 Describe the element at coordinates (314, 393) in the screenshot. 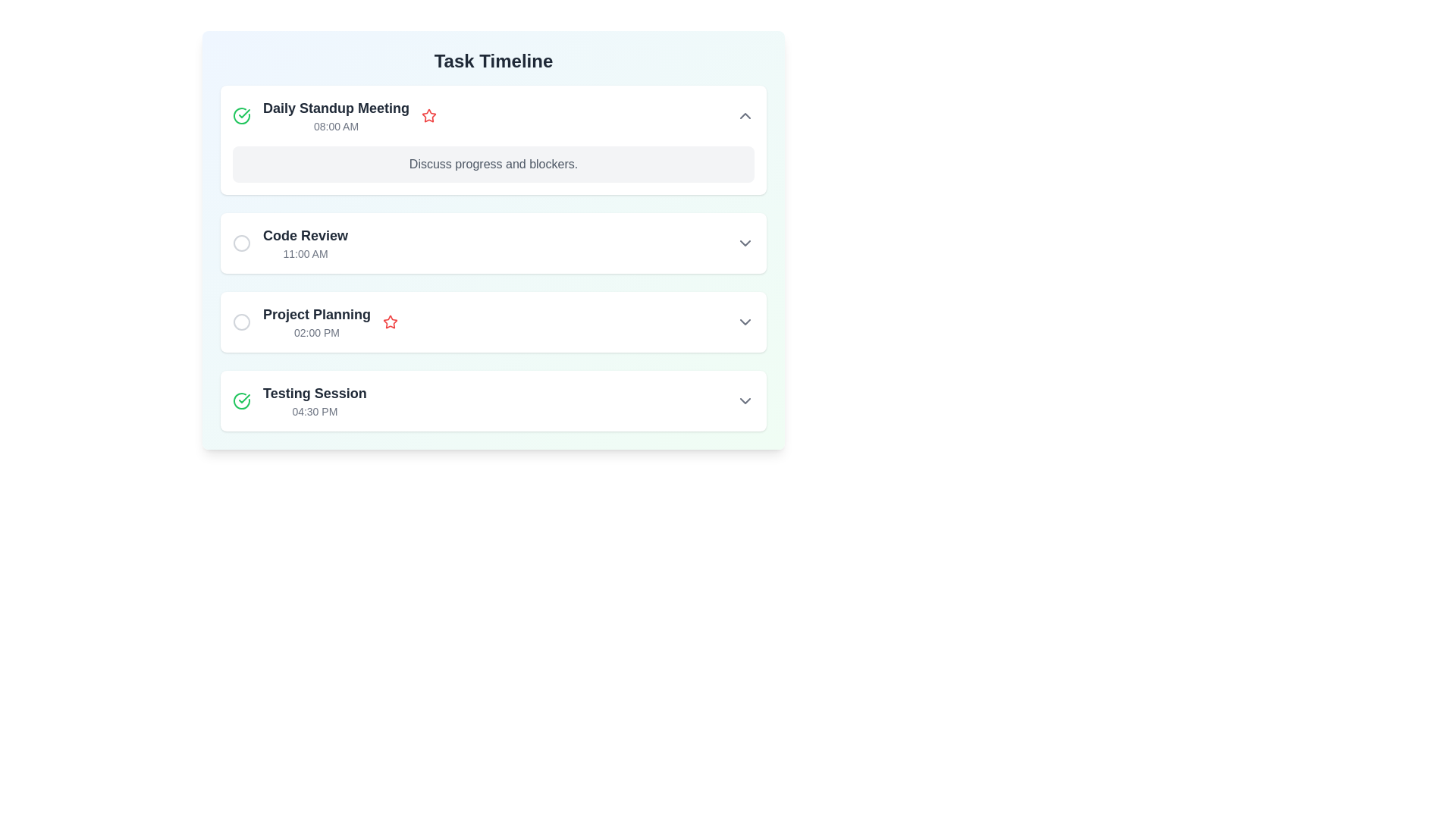

I see `text label that serves as the title for the task item 'Testing Session', located at the bottom of the task list, to understand the task title` at that location.